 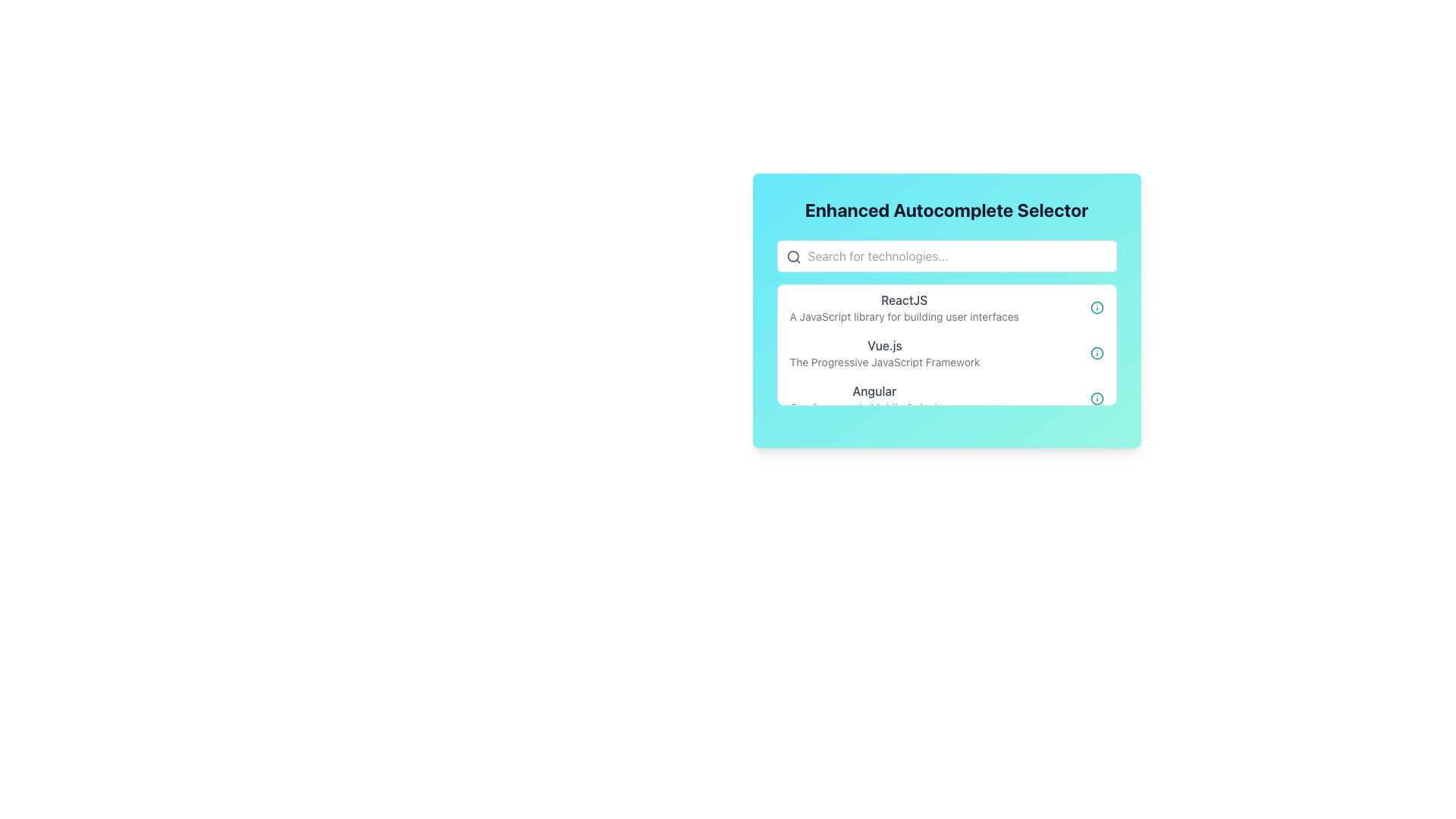 What do you see at coordinates (946, 353) in the screenshot?
I see `the second item in the dropdown list that contains 'Vue.js' and a teal information icon` at bounding box center [946, 353].